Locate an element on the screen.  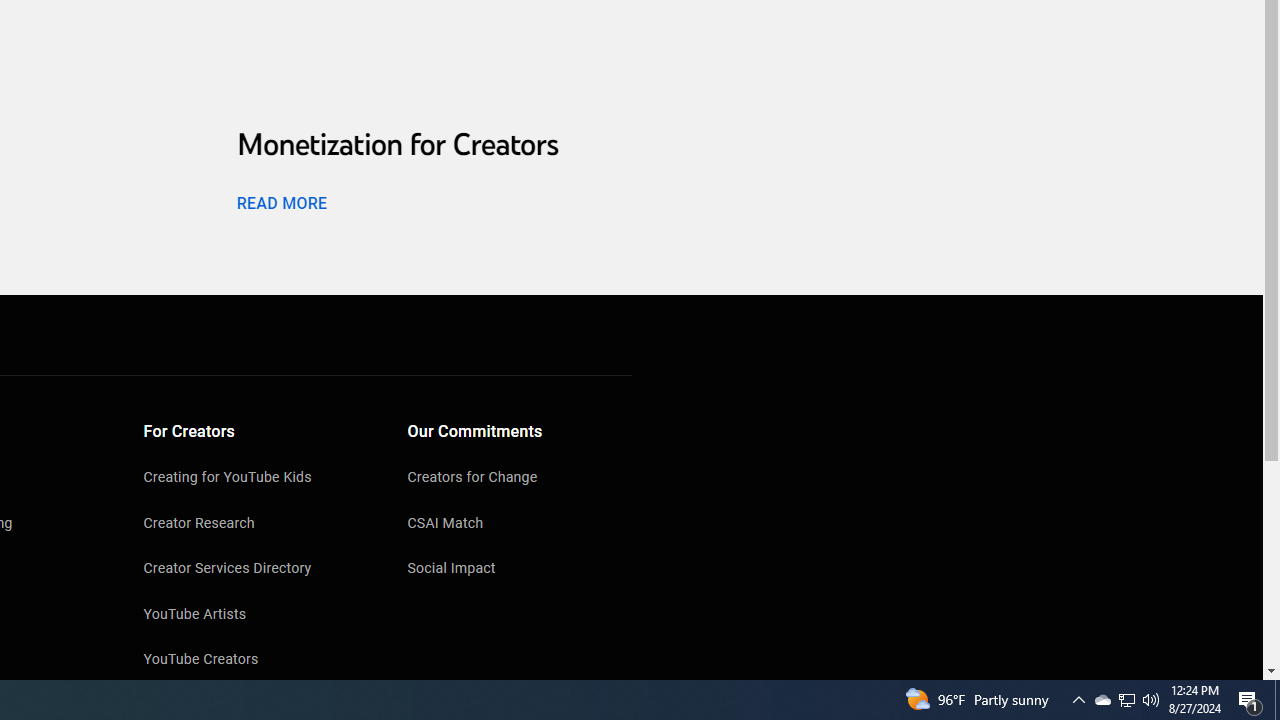
'Creator Research' is located at coordinates (255, 523).